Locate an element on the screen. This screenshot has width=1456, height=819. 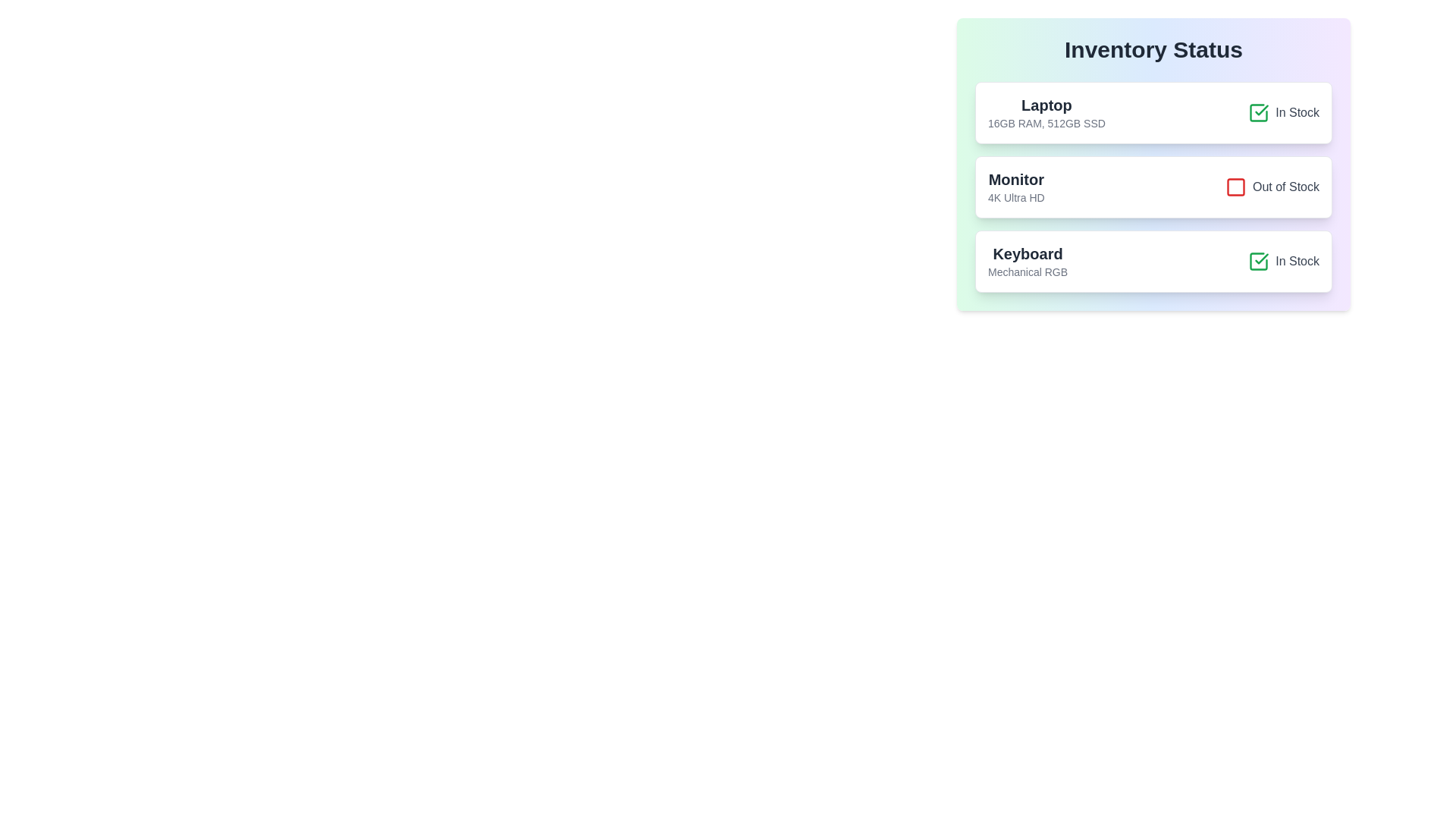
the product name and specification label located in the third section of the inventory list, situated between the 'Monitor' section and the 'In Stock' status message is located at coordinates (1028, 260).